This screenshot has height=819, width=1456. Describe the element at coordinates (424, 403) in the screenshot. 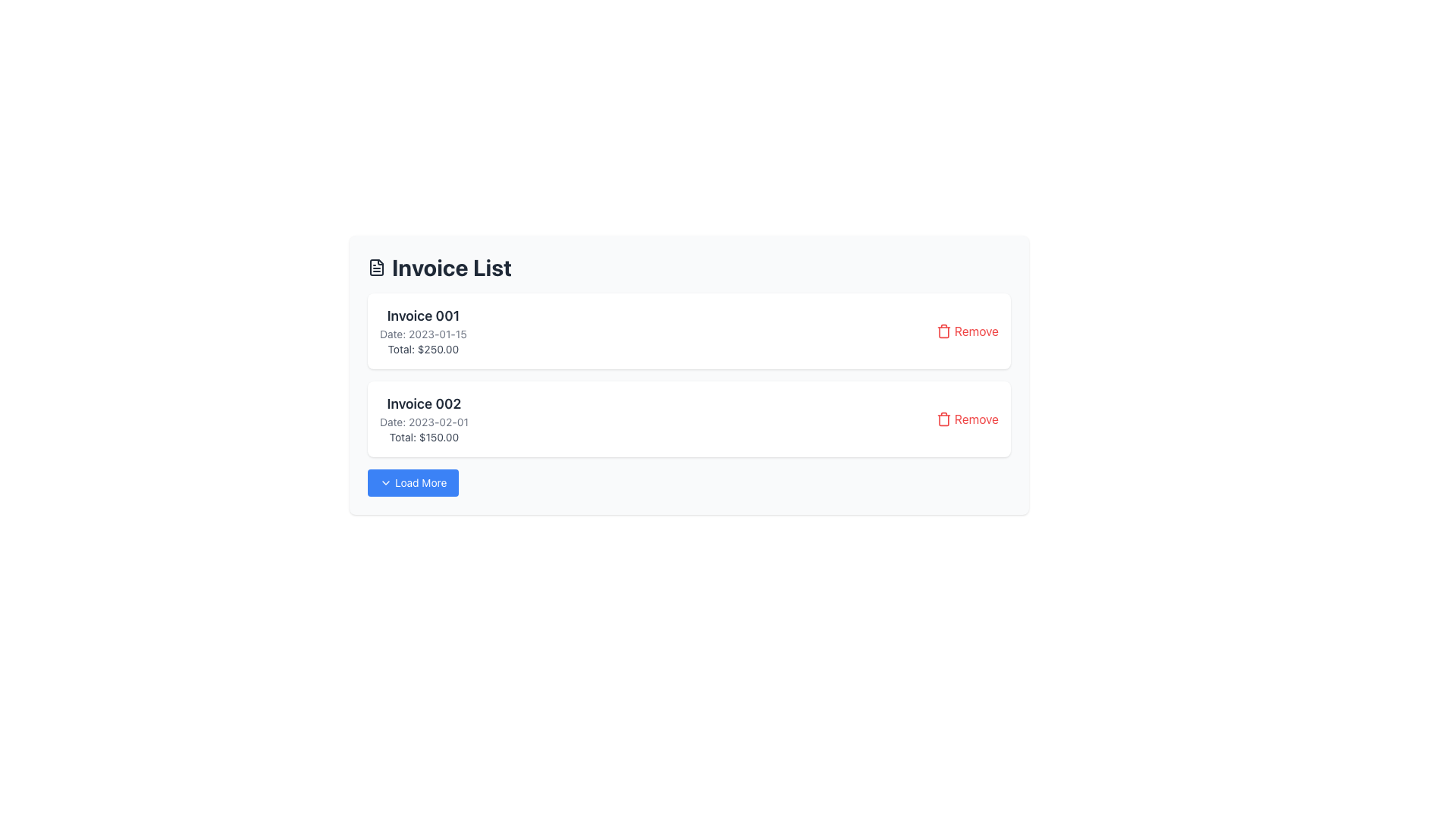

I see `the text label displaying 'Invoice 002', which is a bold and larger font indicating it is a title, positioned at the top of its grouping above the 'Date' and 'Total' details` at that location.